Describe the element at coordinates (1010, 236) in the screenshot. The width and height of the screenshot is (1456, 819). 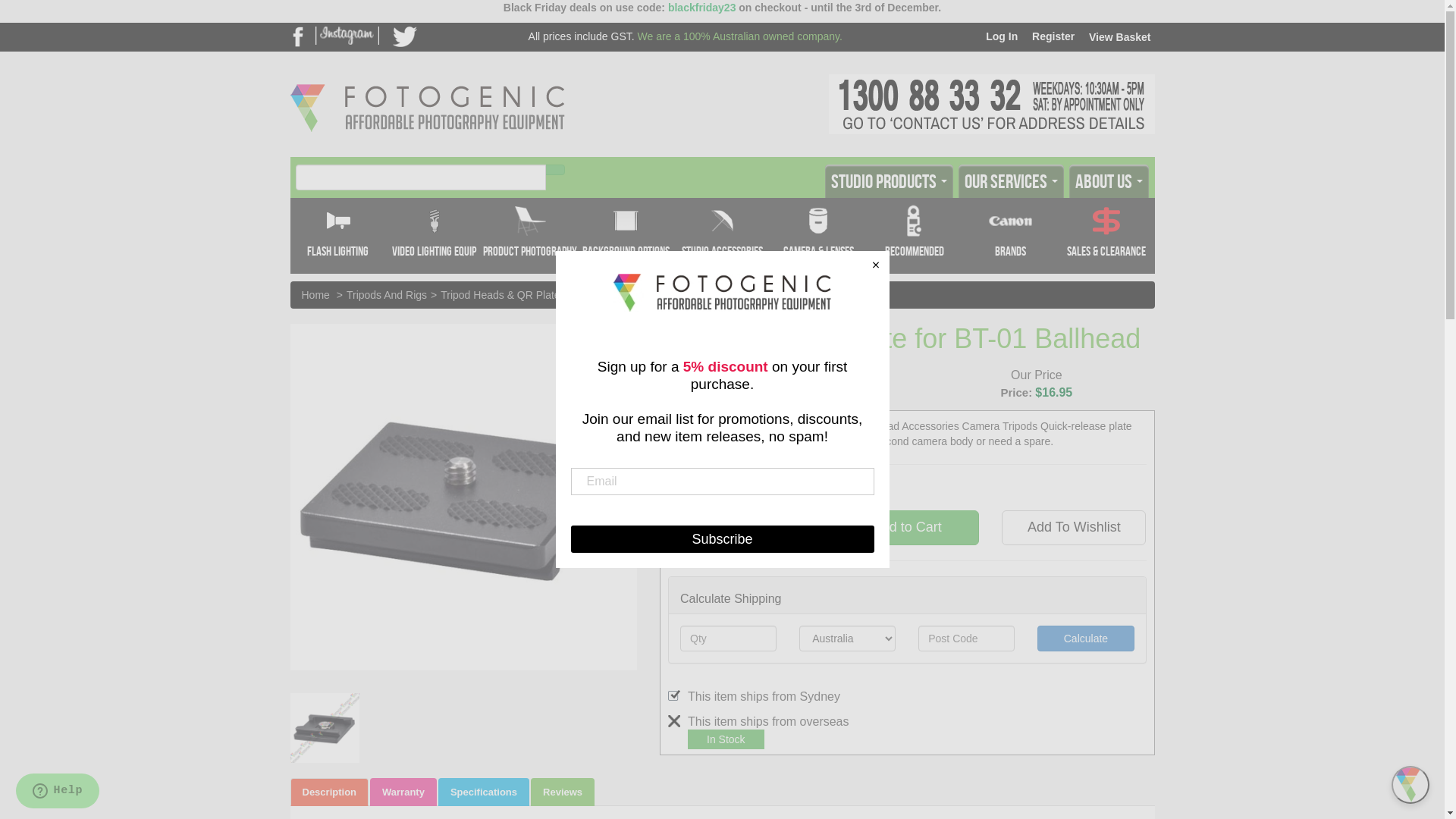
I see `'Brands'` at that location.